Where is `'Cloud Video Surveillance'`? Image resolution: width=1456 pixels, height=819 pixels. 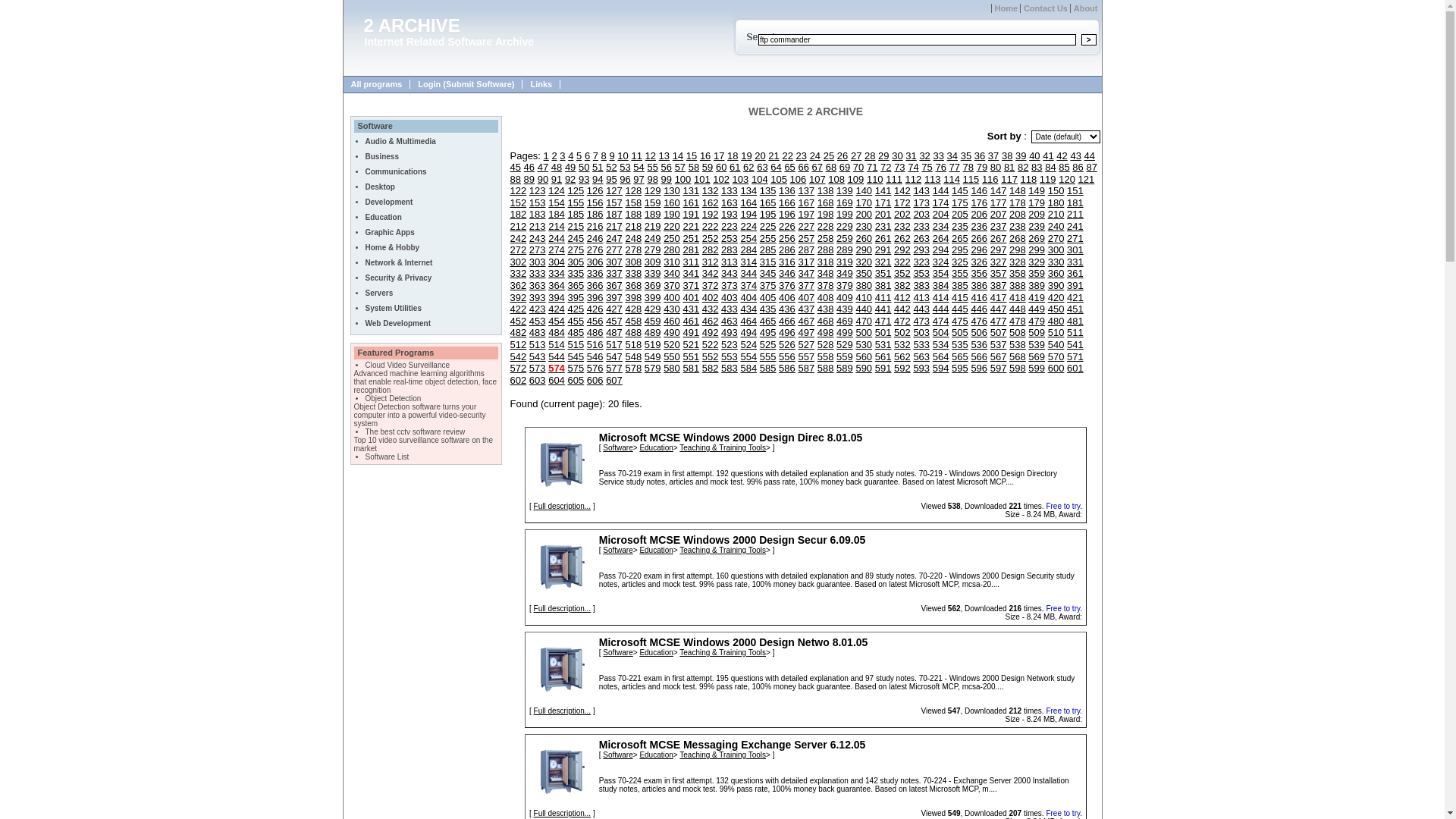
'Cloud Video Surveillance' is located at coordinates (407, 365).